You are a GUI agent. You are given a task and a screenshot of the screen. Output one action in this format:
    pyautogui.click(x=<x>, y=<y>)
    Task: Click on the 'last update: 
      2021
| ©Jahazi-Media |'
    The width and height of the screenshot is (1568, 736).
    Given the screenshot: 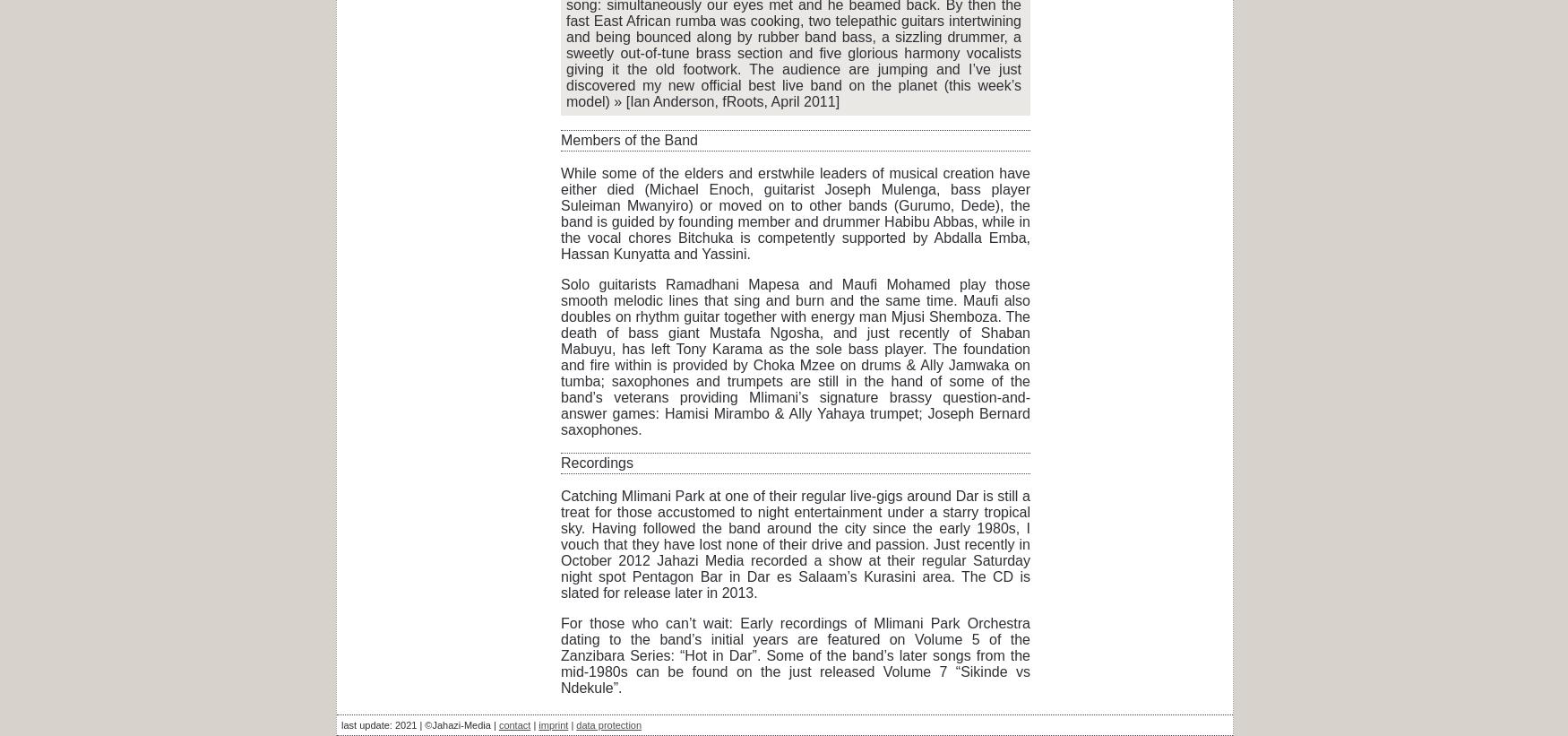 What is the action you would take?
    pyautogui.click(x=419, y=725)
    